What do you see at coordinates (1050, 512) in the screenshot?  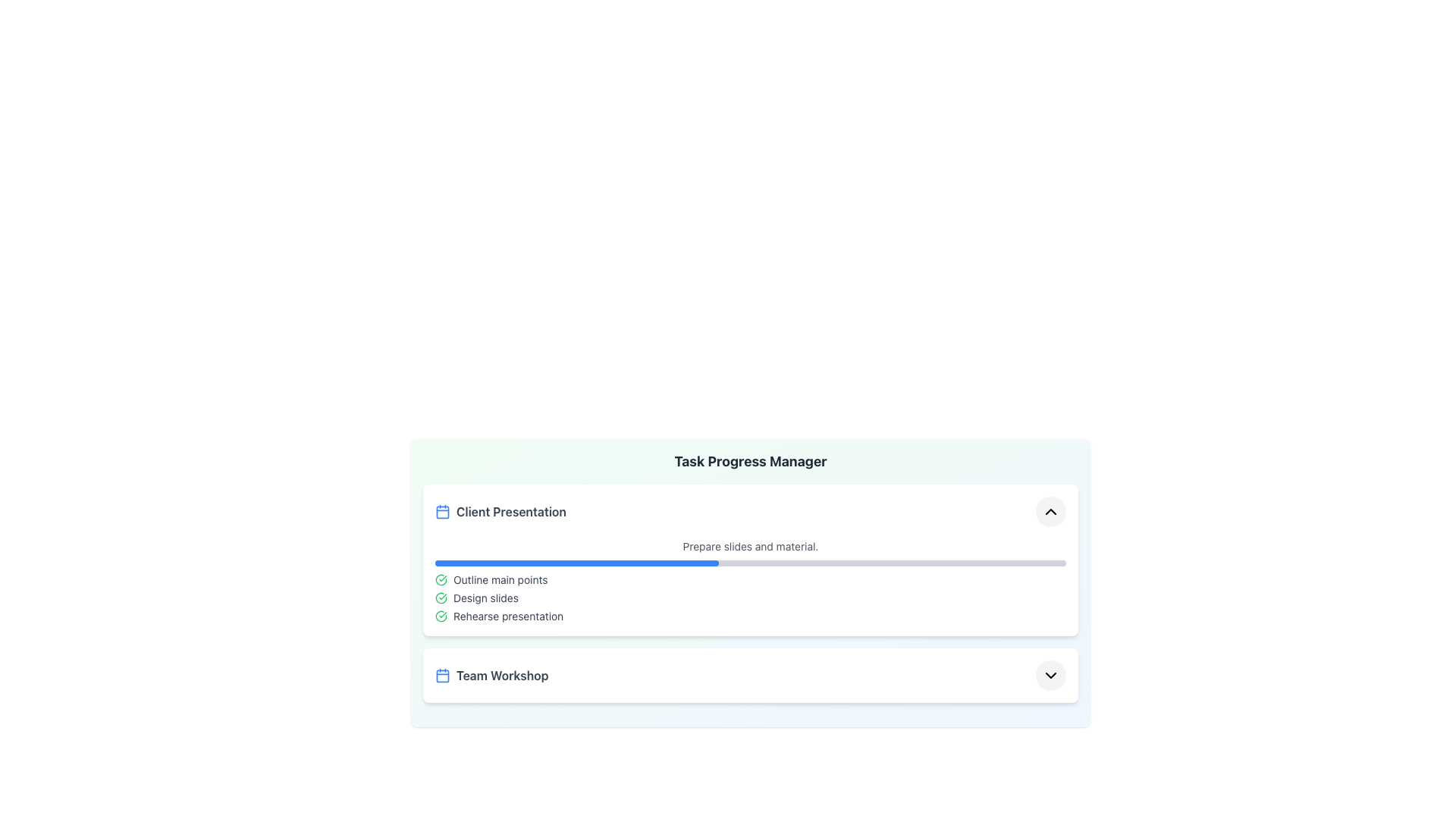 I see `the chevron-up icon in the top-right corner of the 'Client Presentation' section` at bounding box center [1050, 512].